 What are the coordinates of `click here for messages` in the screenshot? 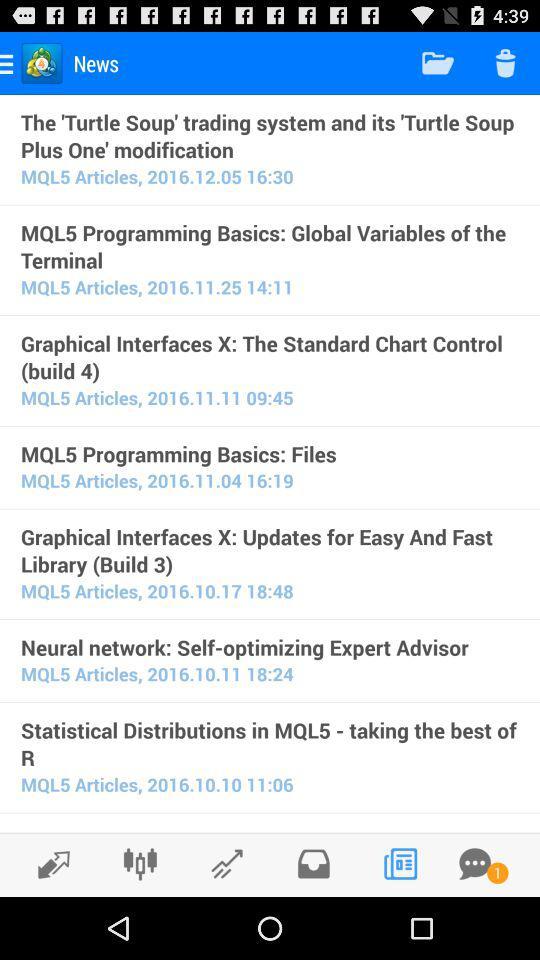 It's located at (474, 863).